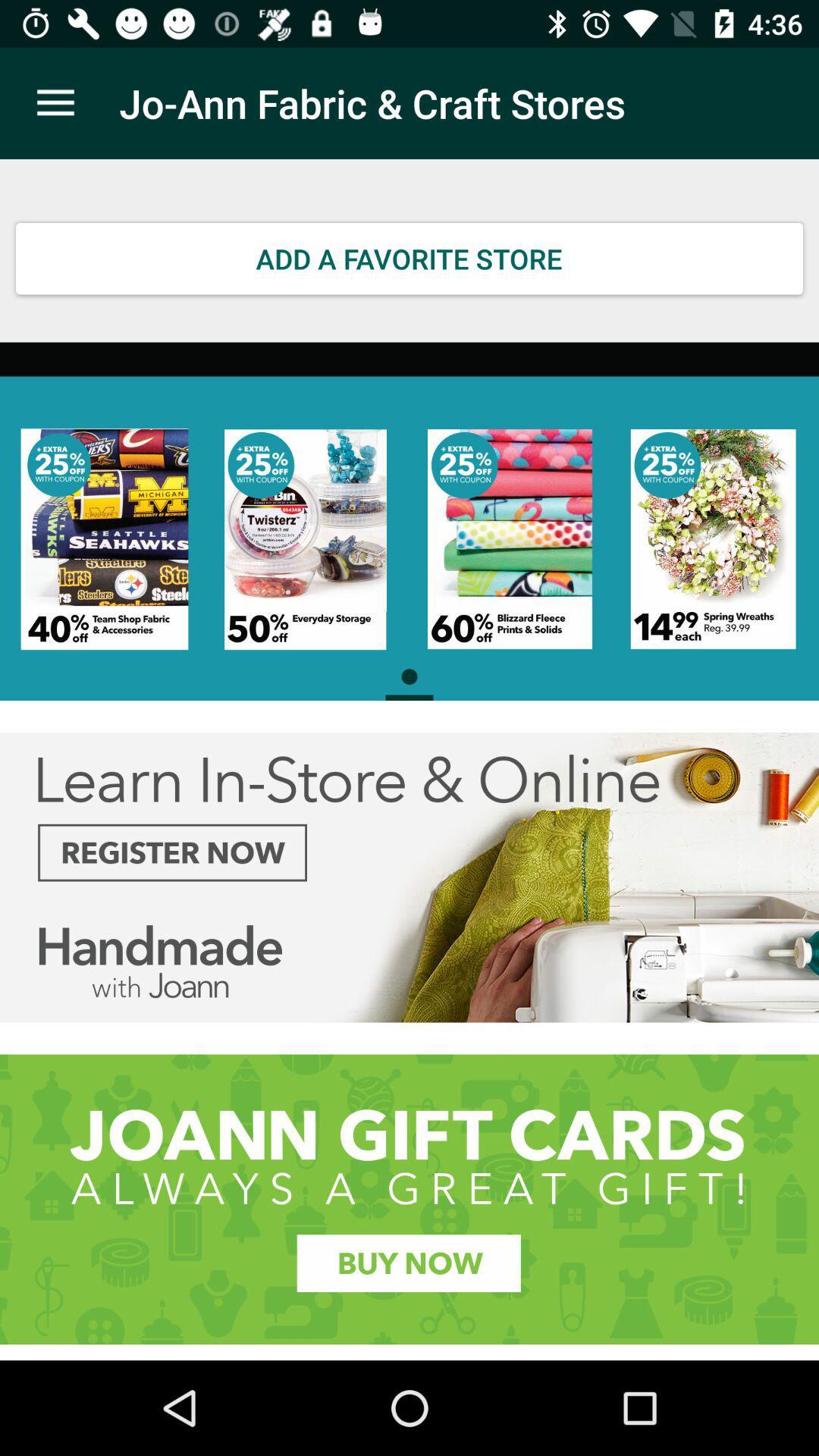 This screenshot has height=1456, width=819. I want to click on the icon at the top left corner, so click(55, 102).